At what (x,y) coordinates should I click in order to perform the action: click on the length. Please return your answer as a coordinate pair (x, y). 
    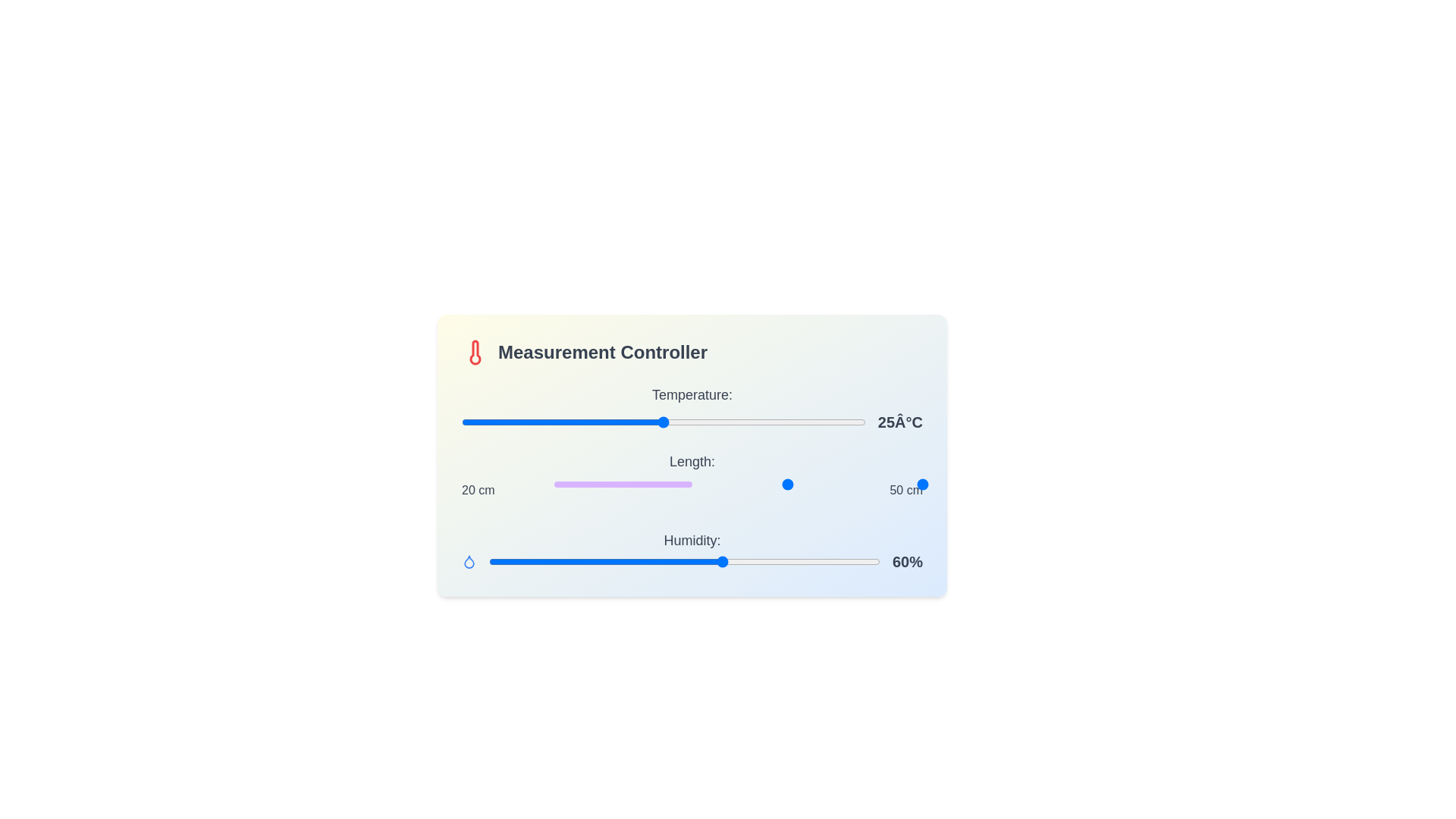
    Looking at the image, I should click on (884, 485).